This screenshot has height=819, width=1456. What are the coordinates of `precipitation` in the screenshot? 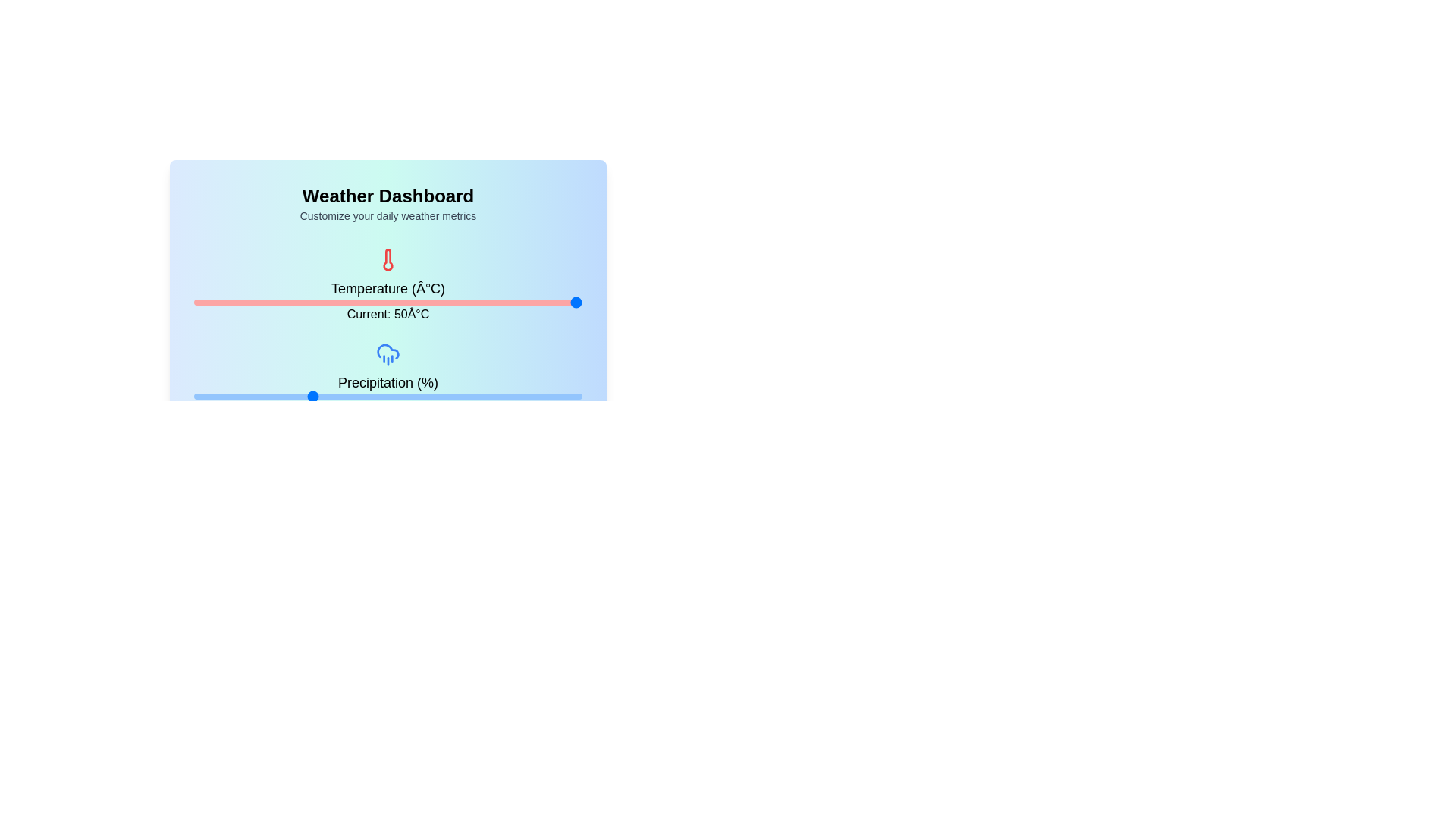 It's located at (201, 396).